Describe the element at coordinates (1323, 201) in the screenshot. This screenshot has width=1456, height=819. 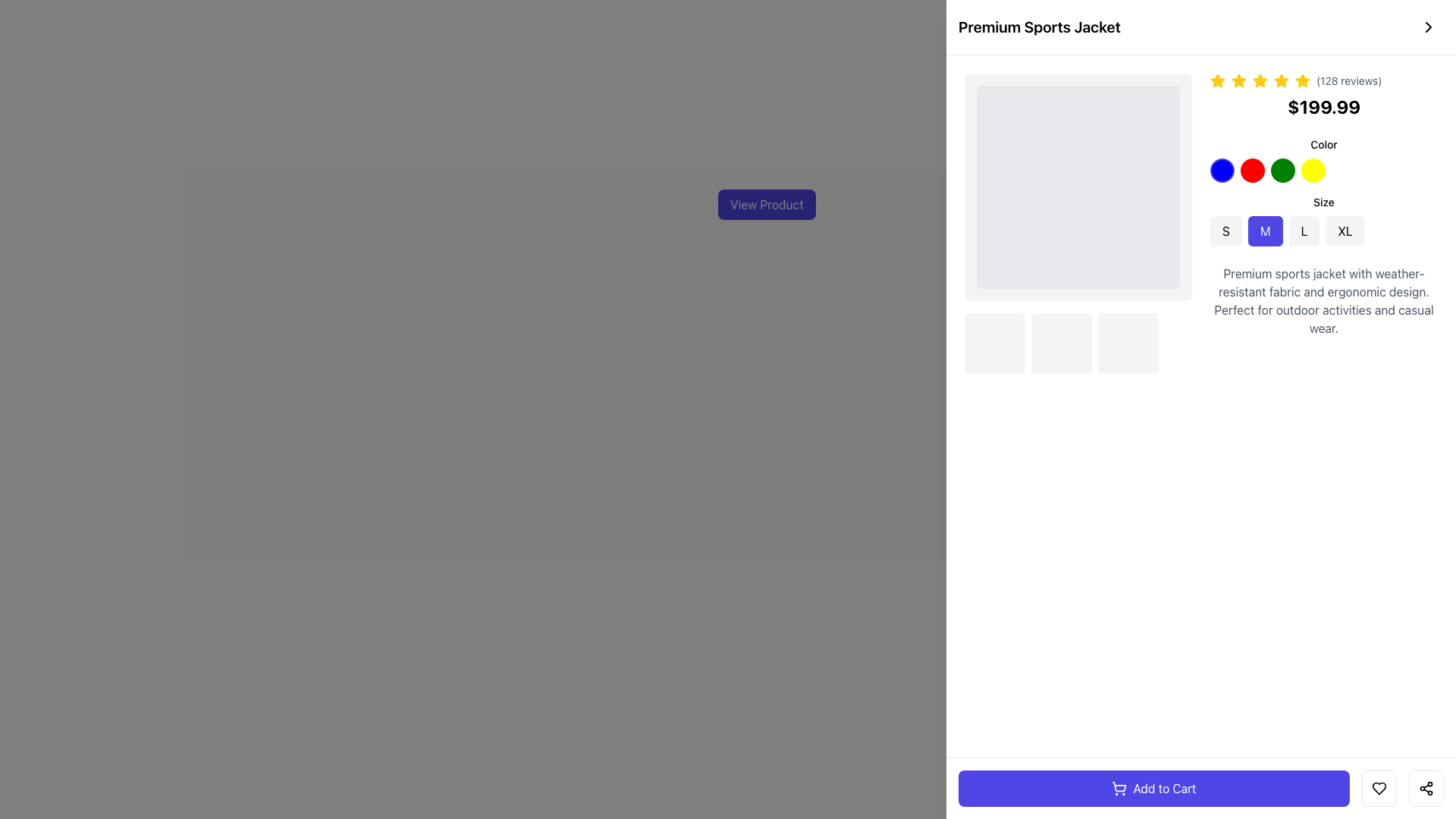
I see `the static text label reading 'Size' which is located above the size-selection buttons in the UI` at that location.